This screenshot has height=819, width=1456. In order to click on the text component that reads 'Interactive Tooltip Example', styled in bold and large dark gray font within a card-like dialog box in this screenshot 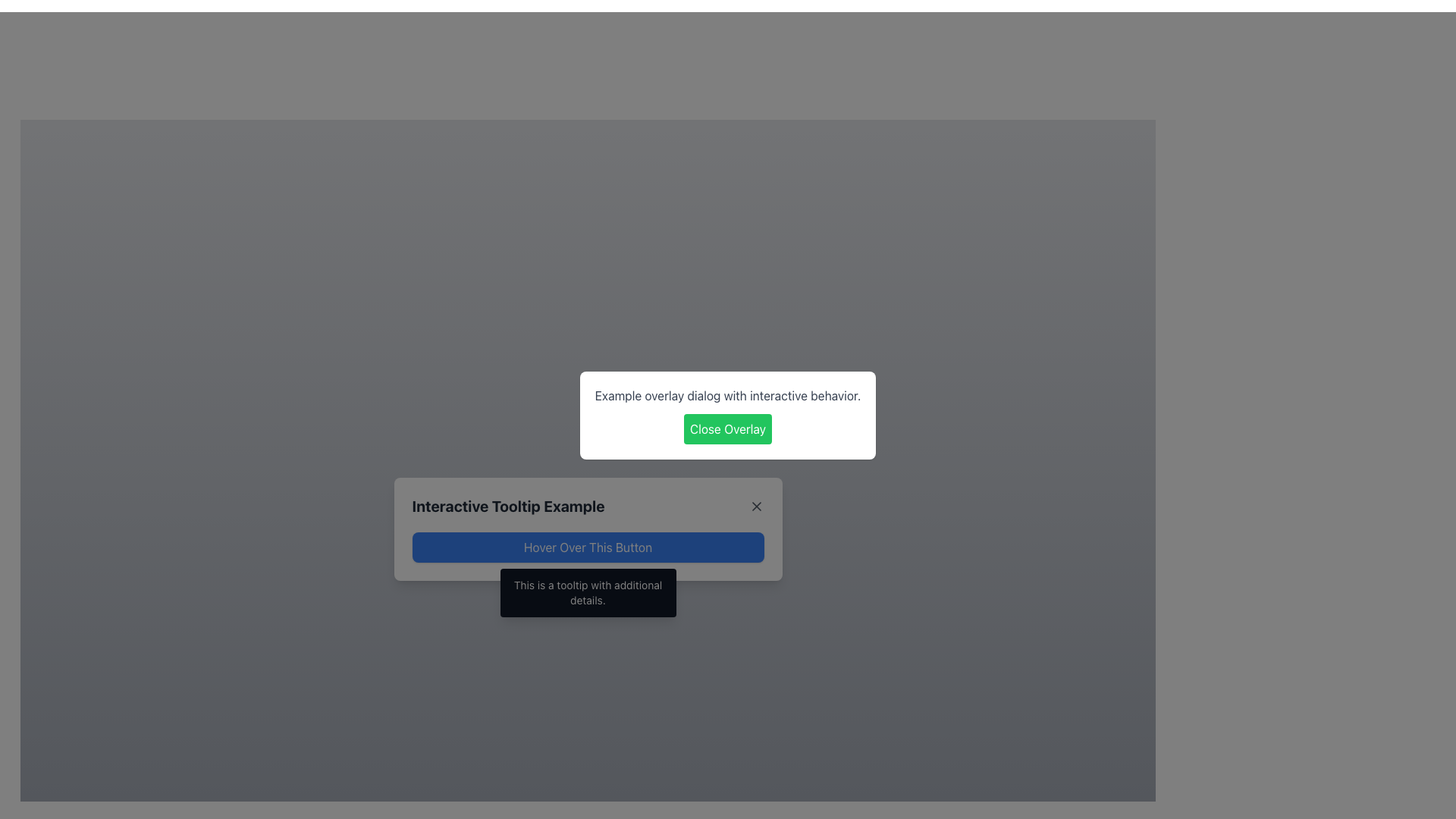, I will do `click(508, 506)`.